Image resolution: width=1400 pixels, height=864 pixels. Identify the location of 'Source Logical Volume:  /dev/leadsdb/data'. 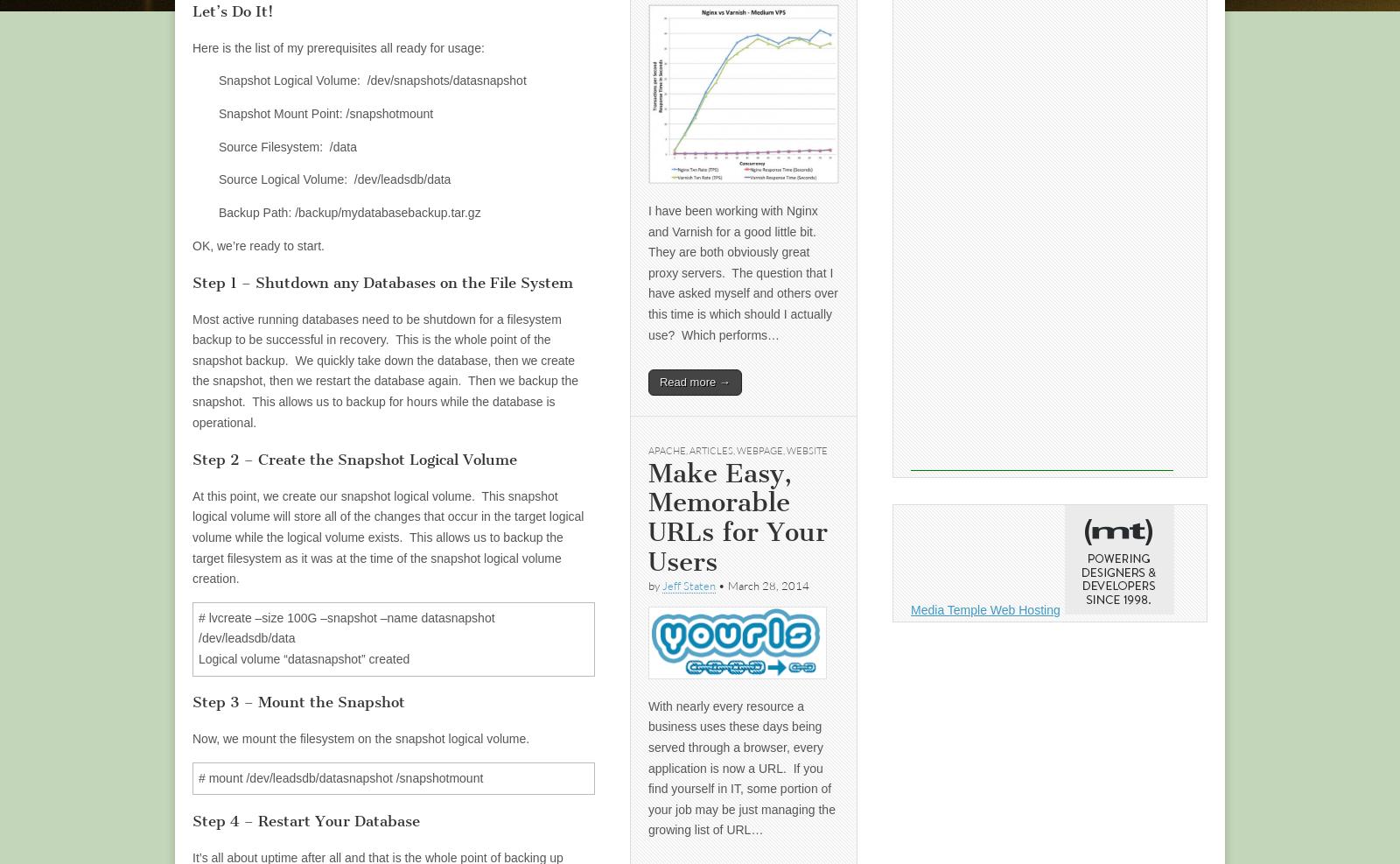
(334, 178).